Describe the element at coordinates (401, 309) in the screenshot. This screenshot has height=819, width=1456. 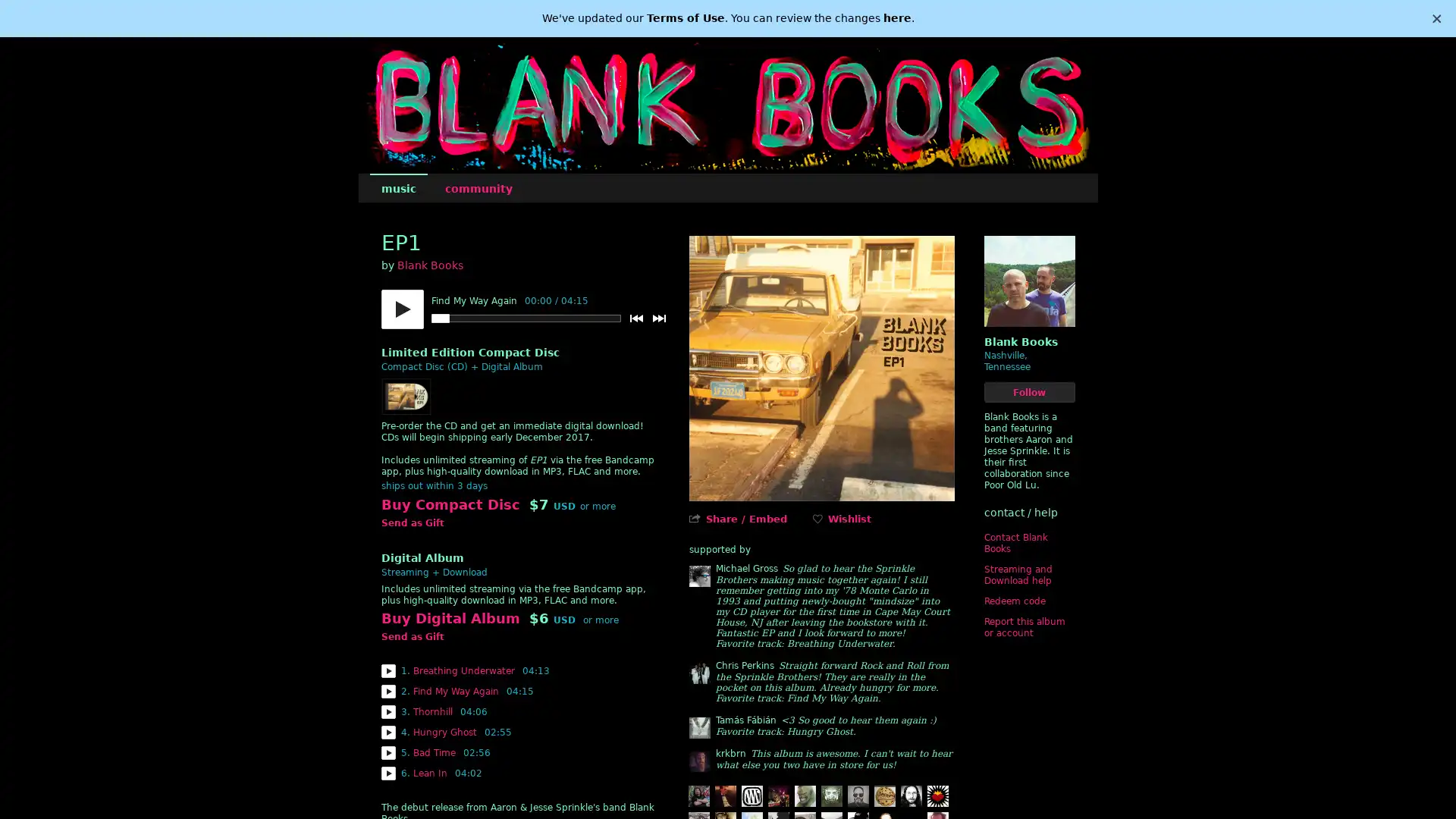
I see `Play/pause` at that location.